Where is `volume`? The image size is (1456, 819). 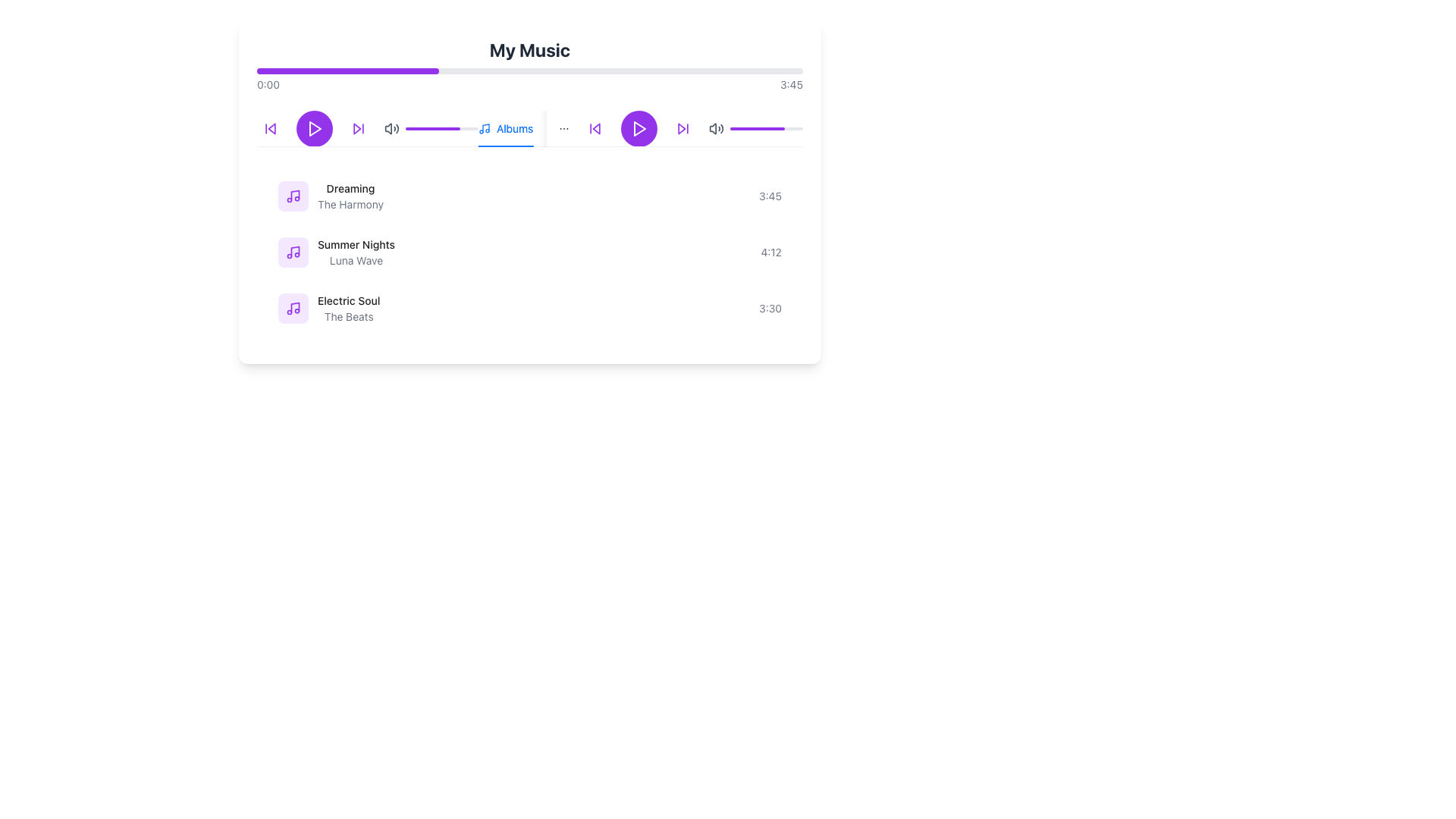 volume is located at coordinates (786, 127).